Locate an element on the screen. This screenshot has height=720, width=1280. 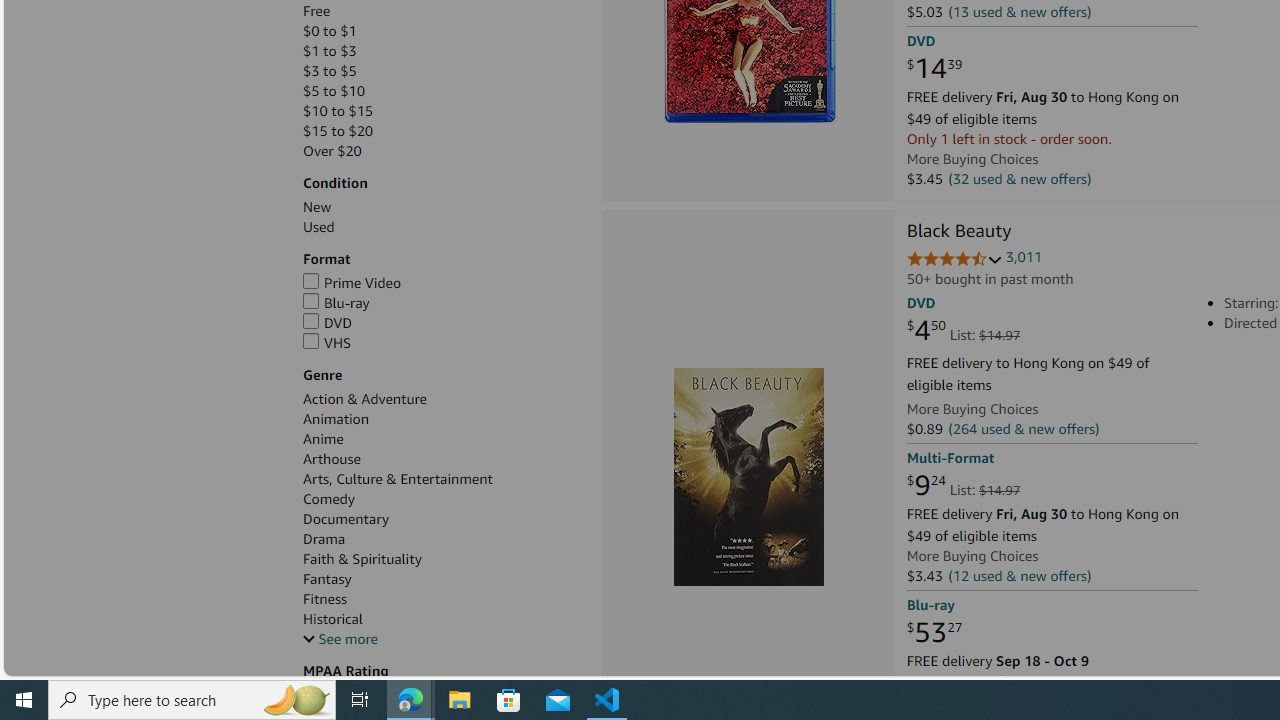
'Multi-Format' is located at coordinates (949, 458).